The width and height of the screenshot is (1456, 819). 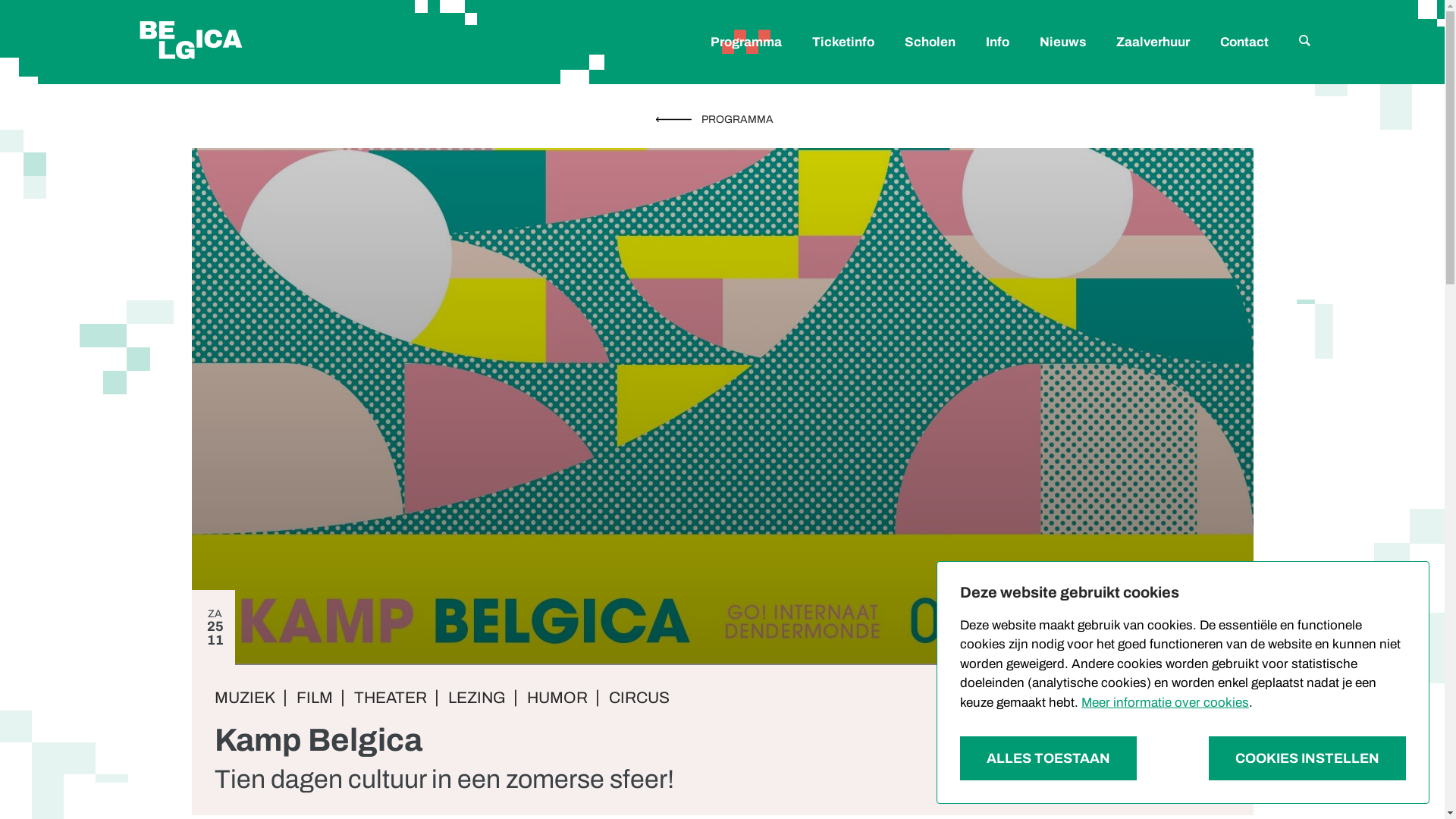 I want to click on 'CIRCUS', so click(x=638, y=698).